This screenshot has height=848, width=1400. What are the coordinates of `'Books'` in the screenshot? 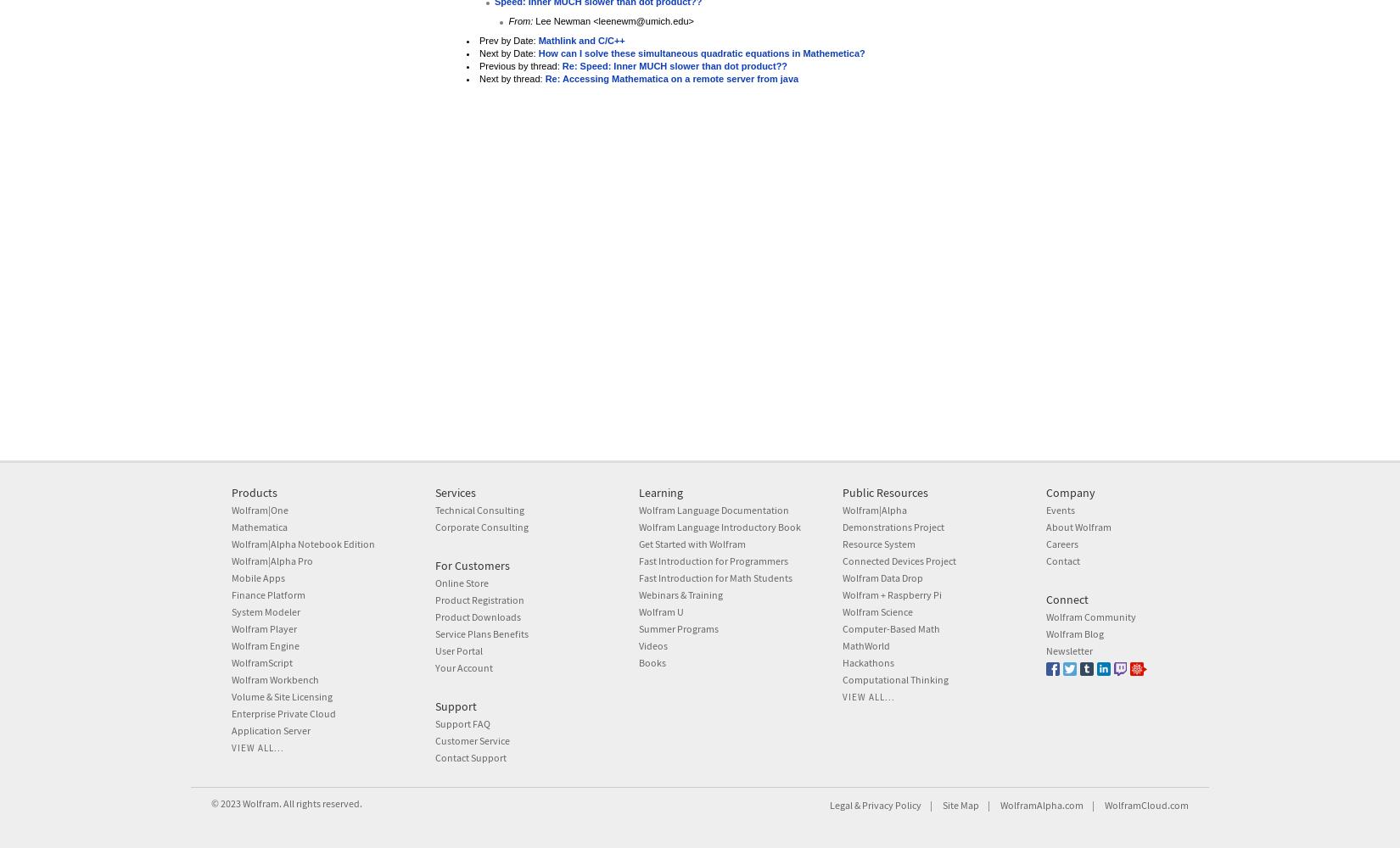 It's located at (652, 661).